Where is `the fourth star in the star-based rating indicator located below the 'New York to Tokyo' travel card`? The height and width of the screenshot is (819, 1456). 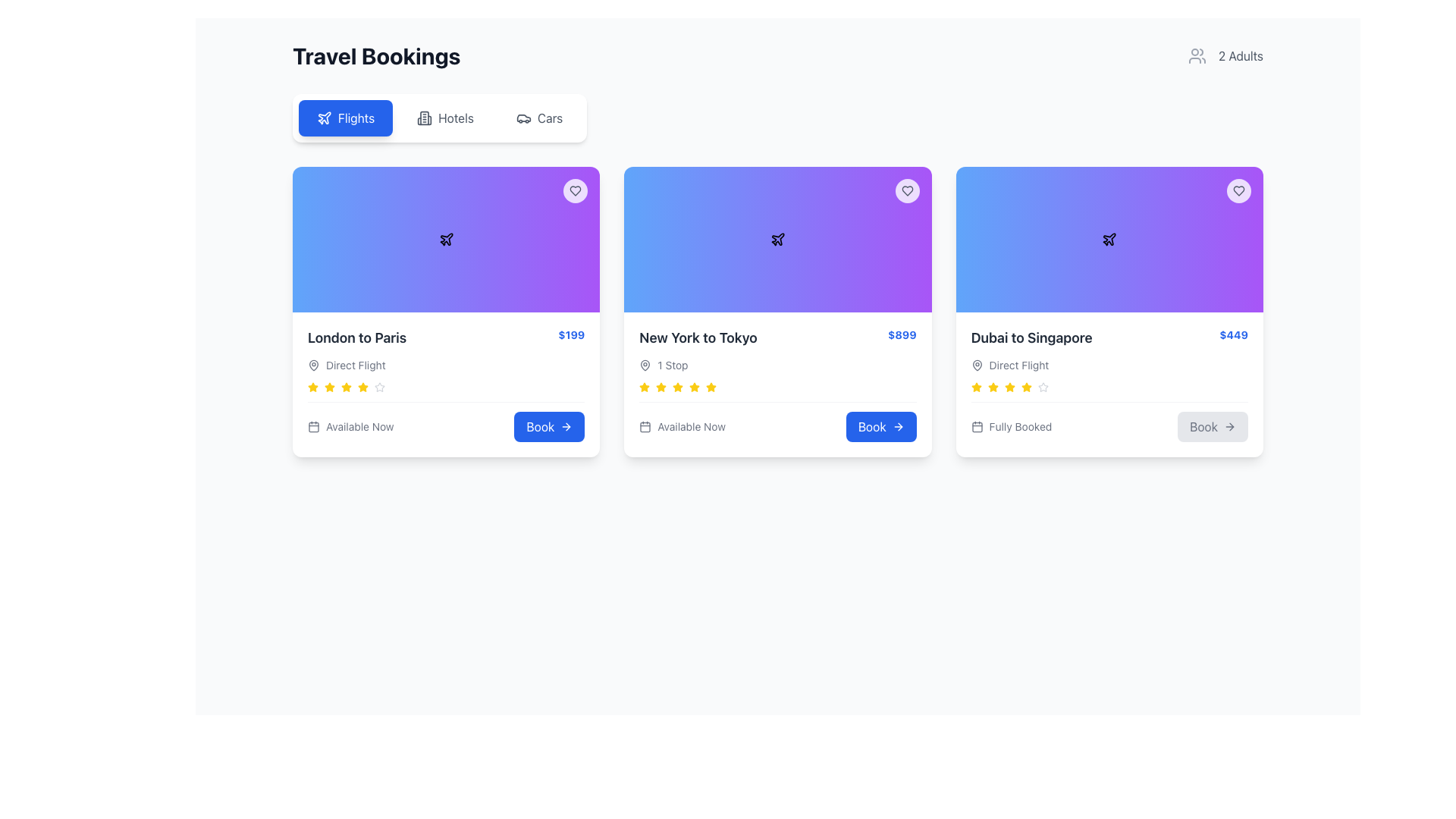
the fourth star in the star-based rating indicator located below the 'New York to Tokyo' travel card is located at coordinates (661, 386).